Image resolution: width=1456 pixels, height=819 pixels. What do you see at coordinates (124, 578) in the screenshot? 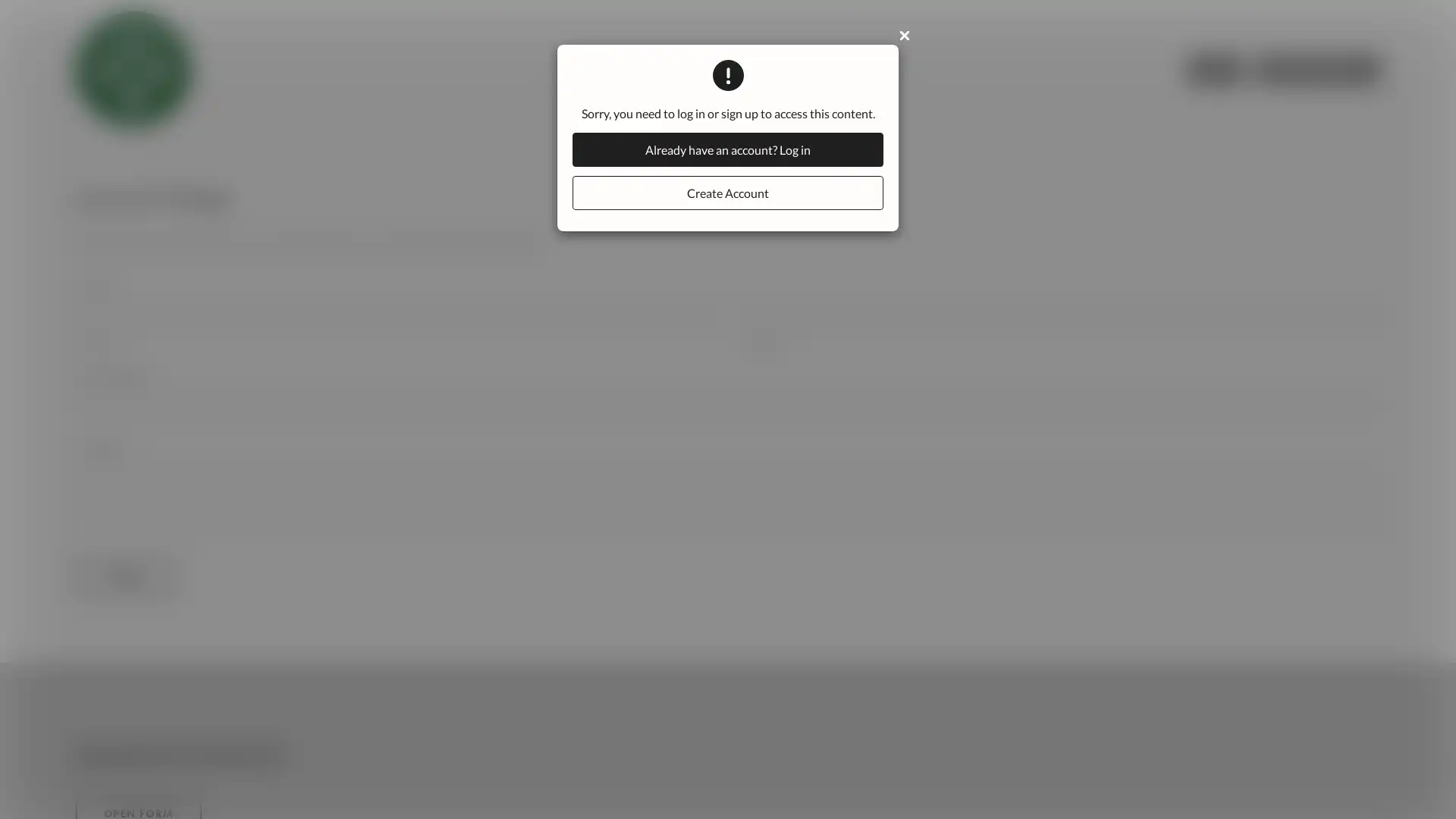
I see `Submit` at bounding box center [124, 578].